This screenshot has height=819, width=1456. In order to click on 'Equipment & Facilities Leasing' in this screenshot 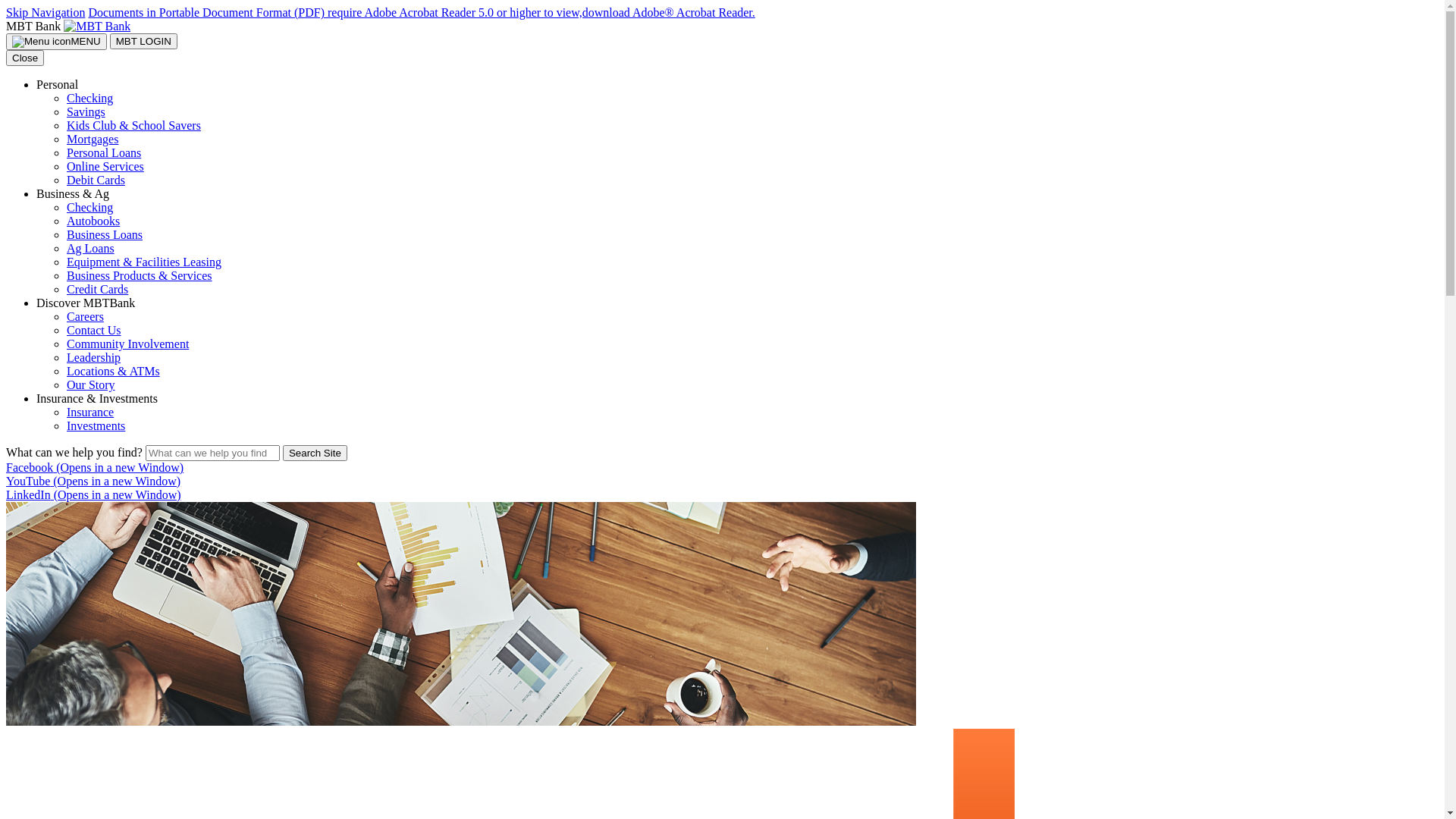, I will do `click(144, 261)`.